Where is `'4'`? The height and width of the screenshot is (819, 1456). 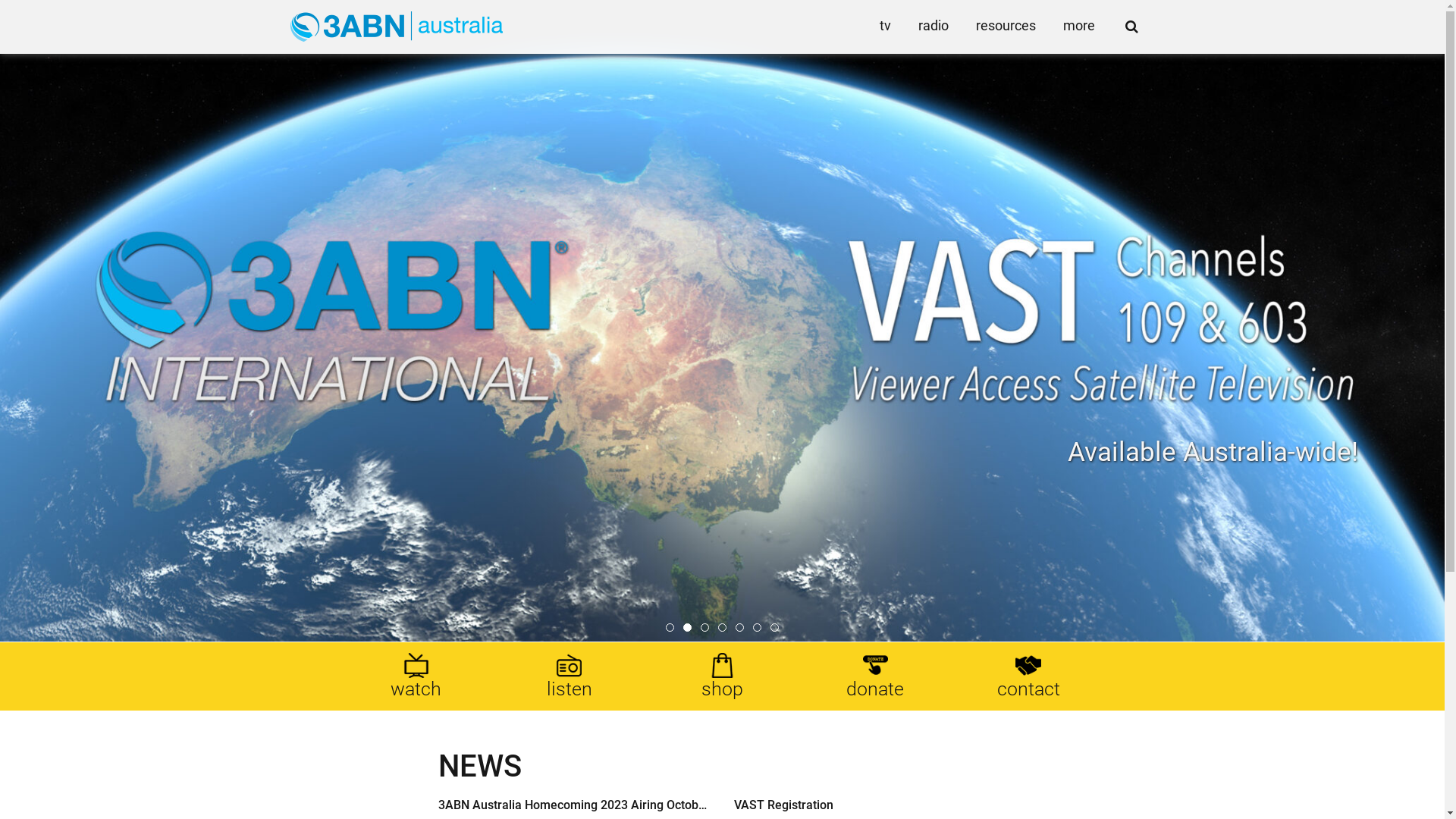 '4' is located at coordinates (721, 627).